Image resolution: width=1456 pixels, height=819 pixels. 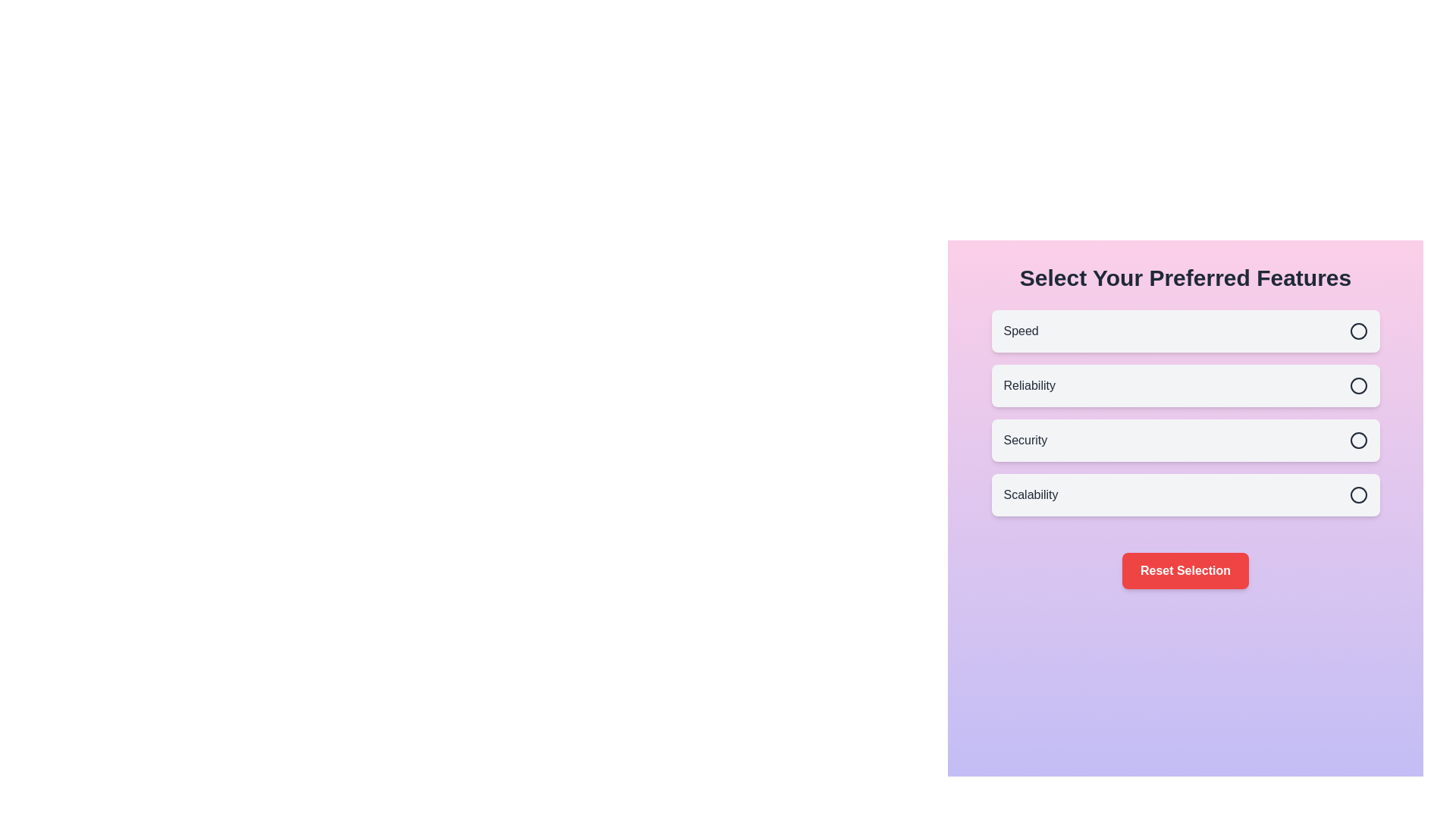 I want to click on the Reset Selection button to reset all feature selections, so click(x=1185, y=570).